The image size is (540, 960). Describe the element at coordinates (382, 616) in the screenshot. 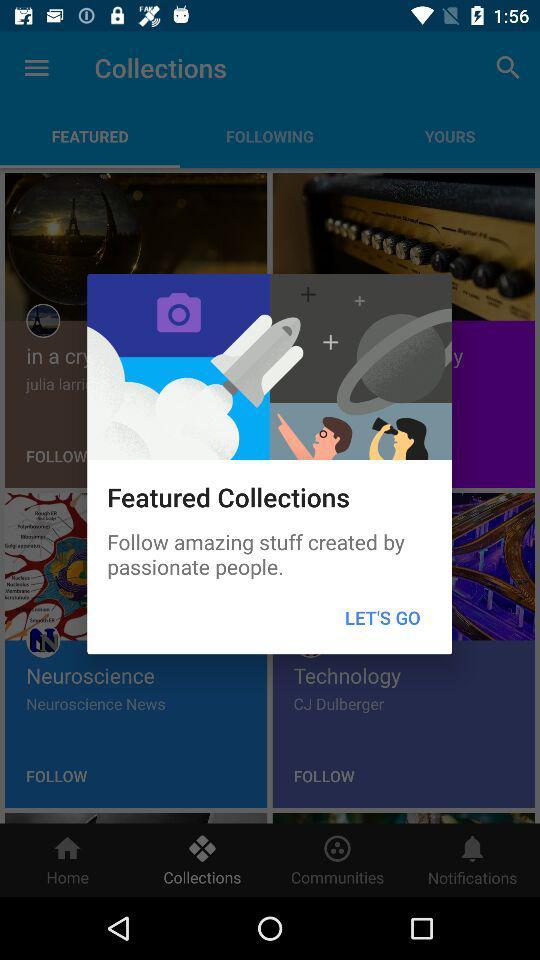

I see `let's go item` at that location.